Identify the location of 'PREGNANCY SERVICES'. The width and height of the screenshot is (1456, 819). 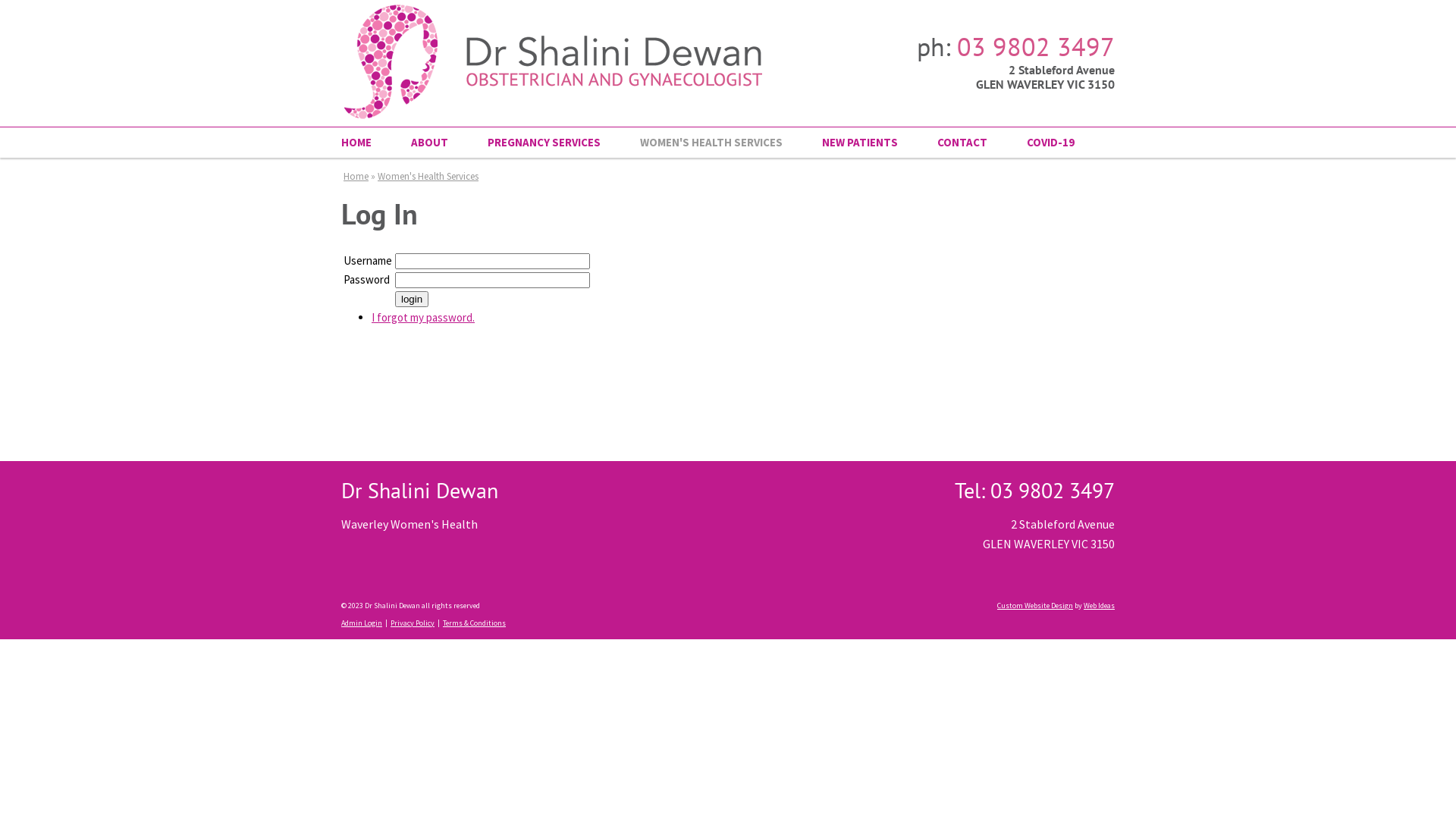
(467, 143).